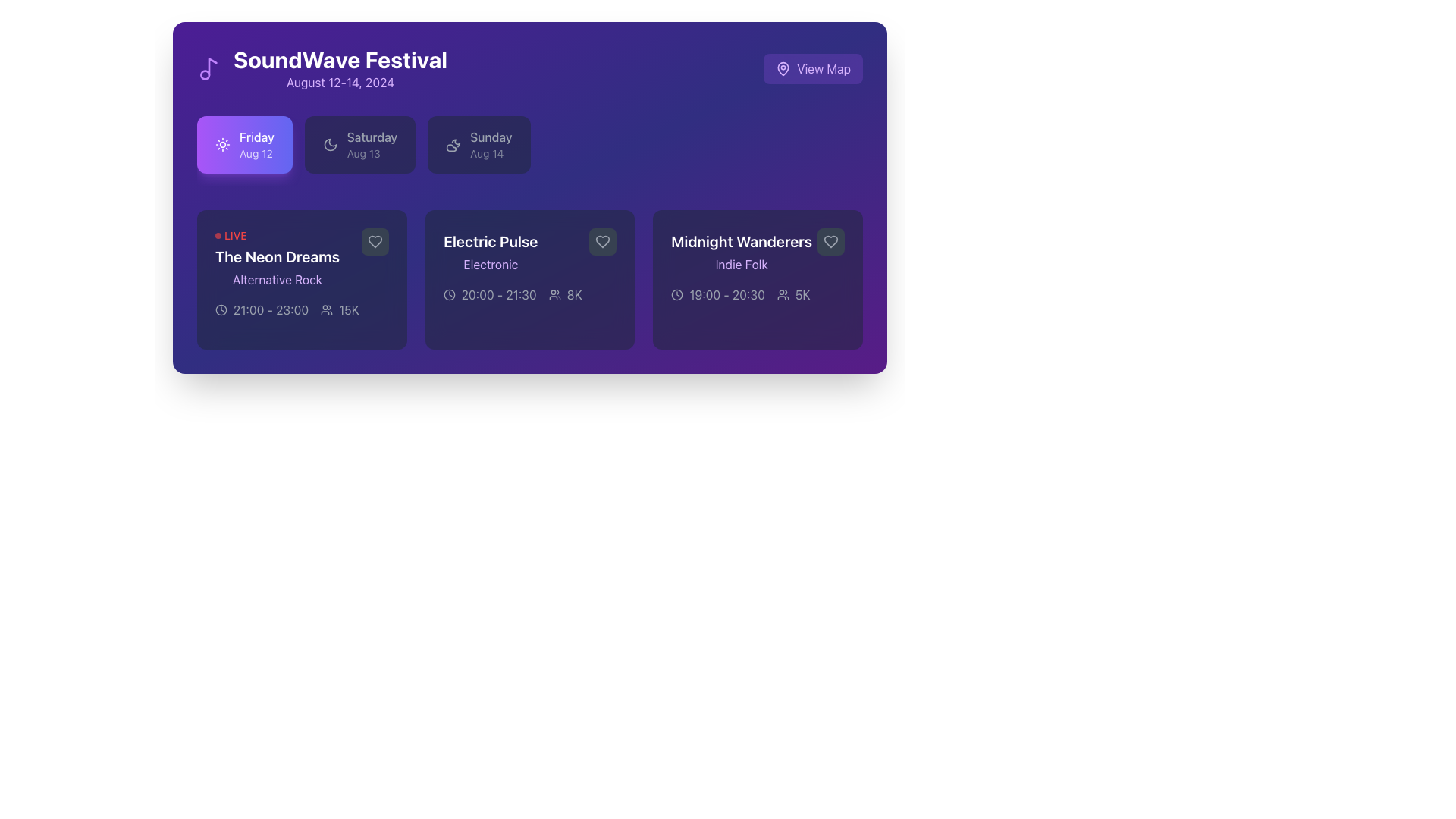 Image resolution: width=1456 pixels, height=819 pixels. What do you see at coordinates (676, 295) in the screenshot?
I see `the timing duration icon located to the left of the '19:00 - 20:30' label within the 'Midnight Wanderers' card in the event schedule` at bounding box center [676, 295].